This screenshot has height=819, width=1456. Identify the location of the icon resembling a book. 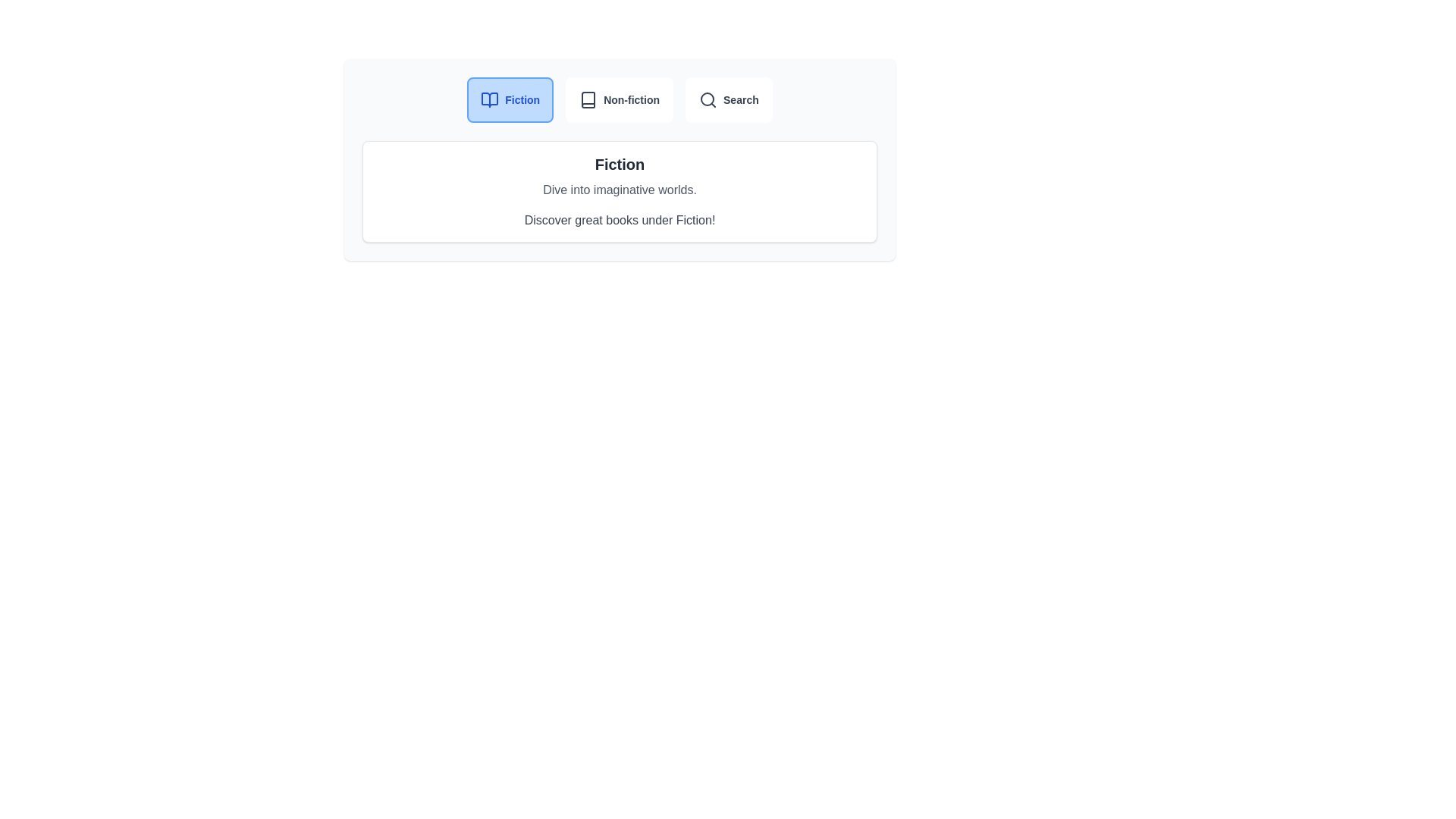
(588, 99).